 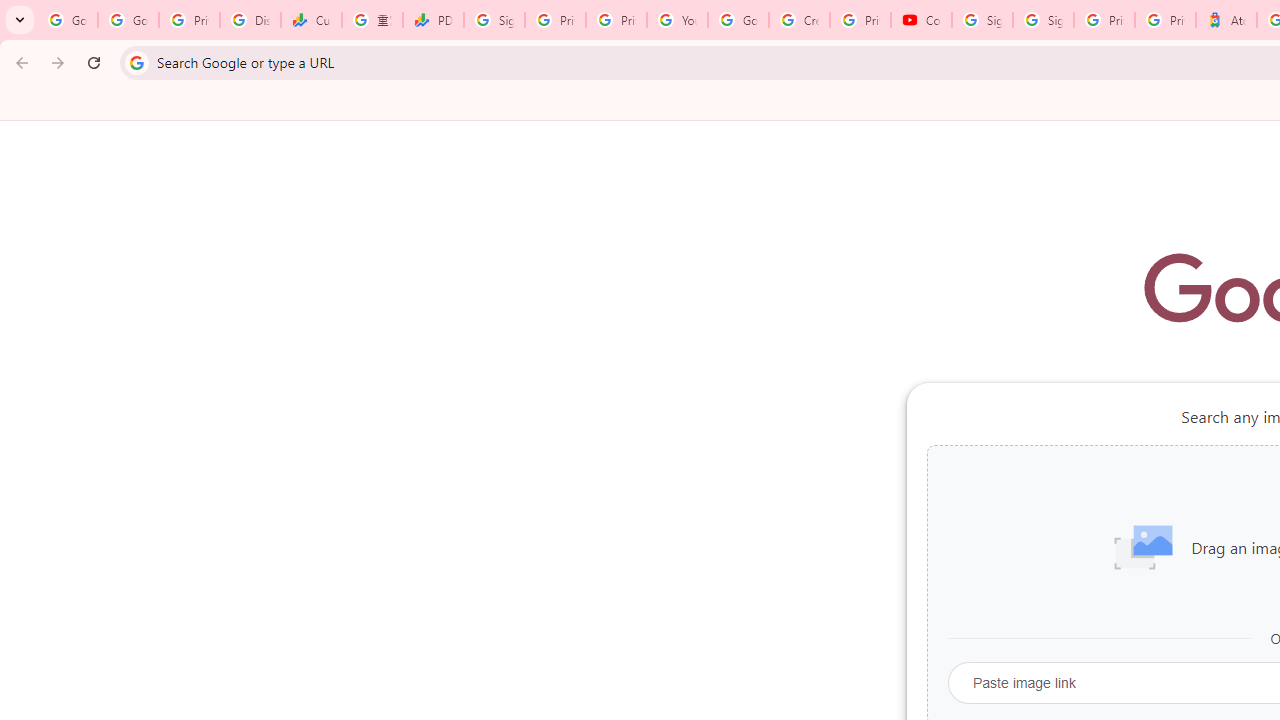 What do you see at coordinates (677, 20) in the screenshot?
I see `'YouTube'` at bounding box center [677, 20].